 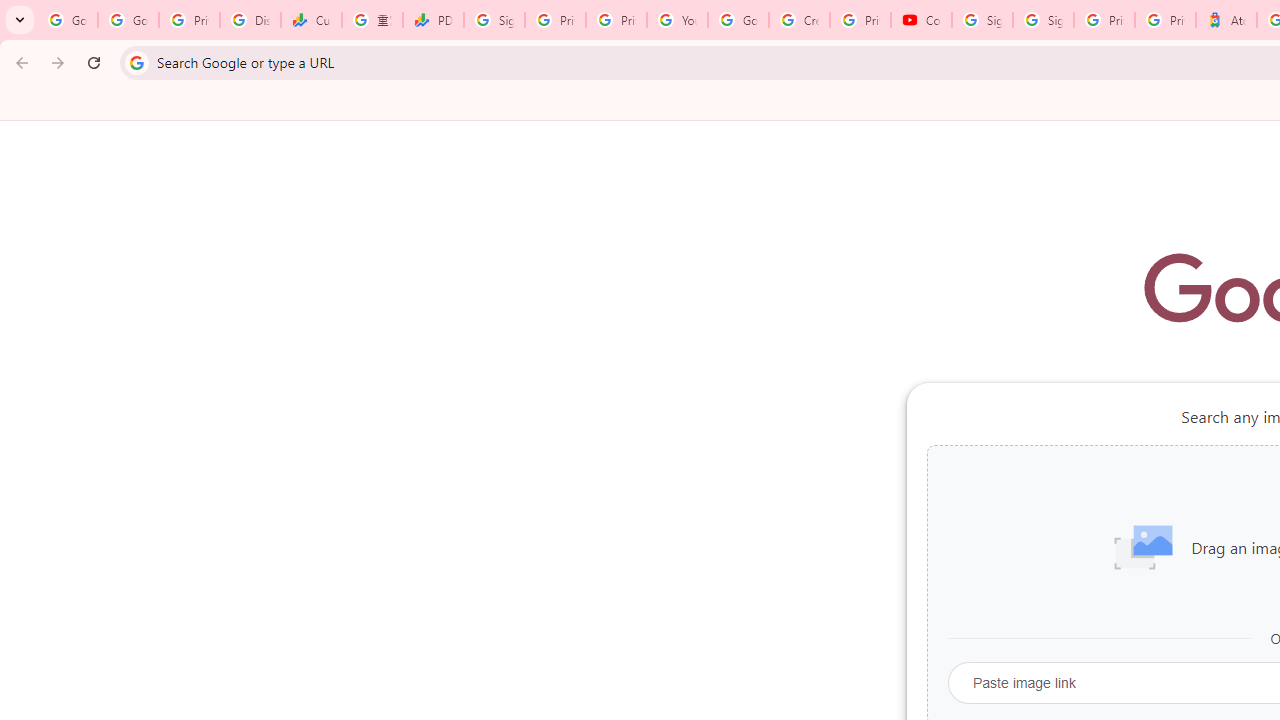 What do you see at coordinates (677, 20) in the screenshot?
I see `'YouTube'` at bounding box center [677, 20].